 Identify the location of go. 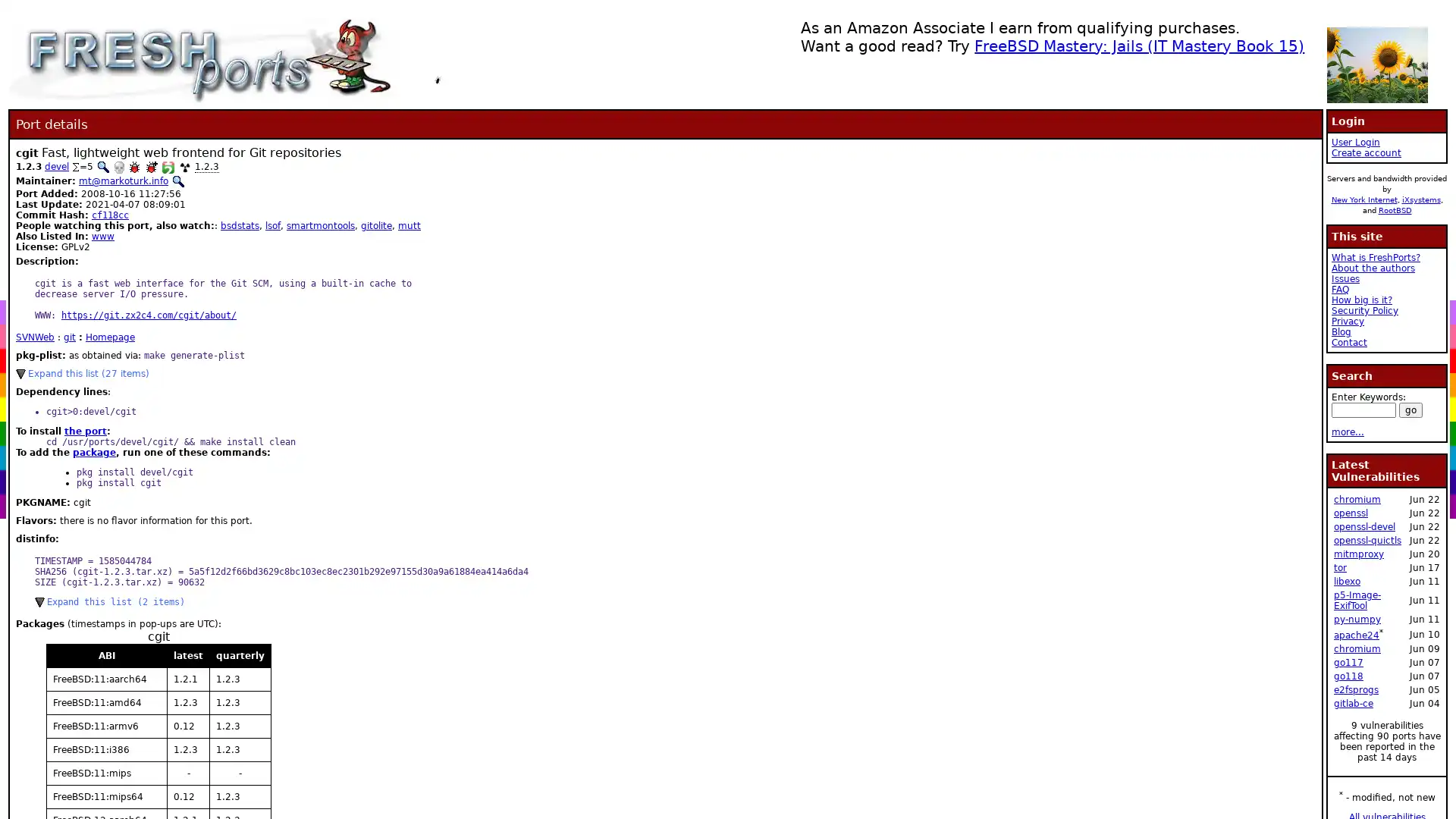
(1410, 409).